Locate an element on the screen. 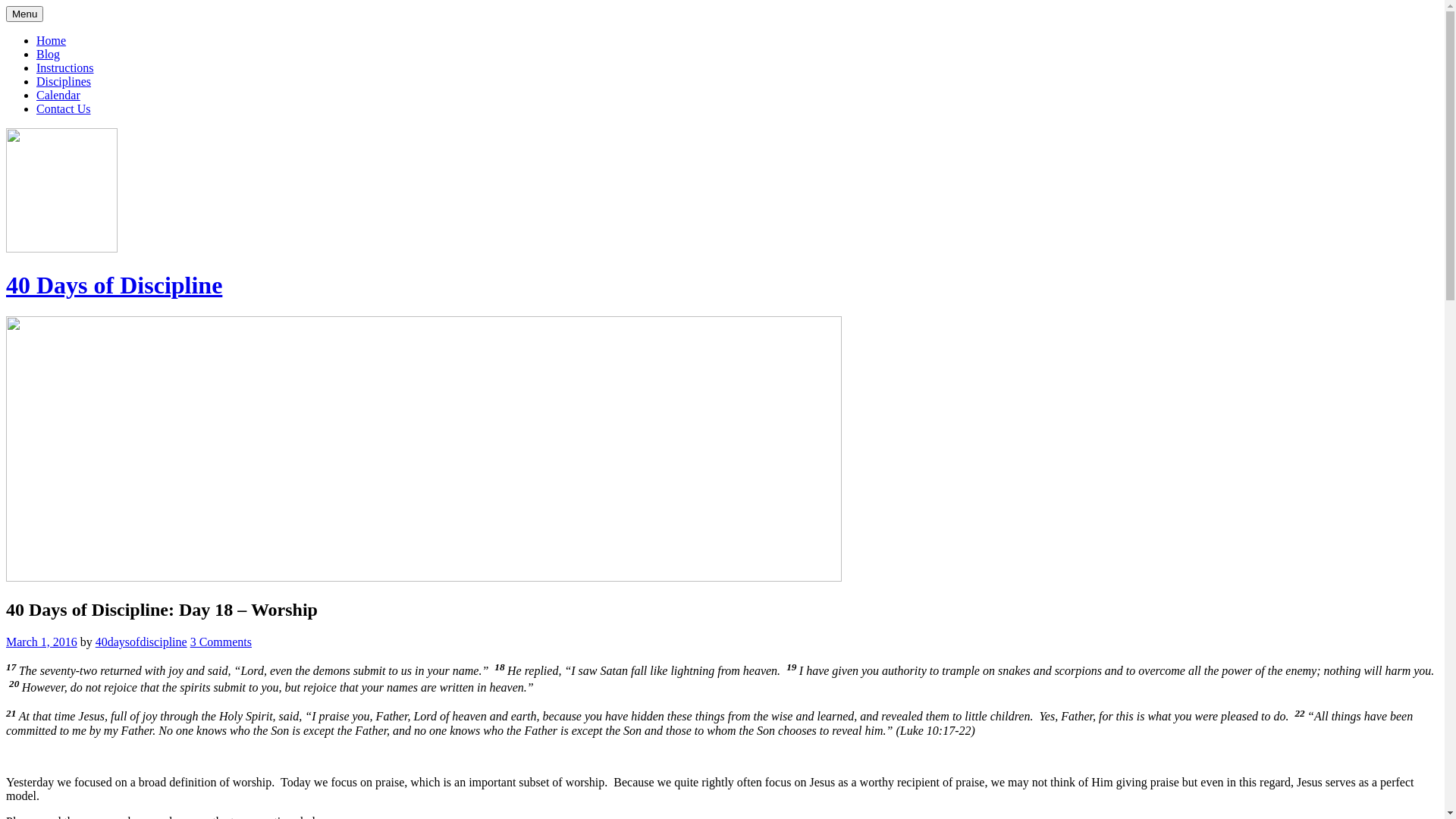  'March 1, 2016' is located at coordinates (41, 642).